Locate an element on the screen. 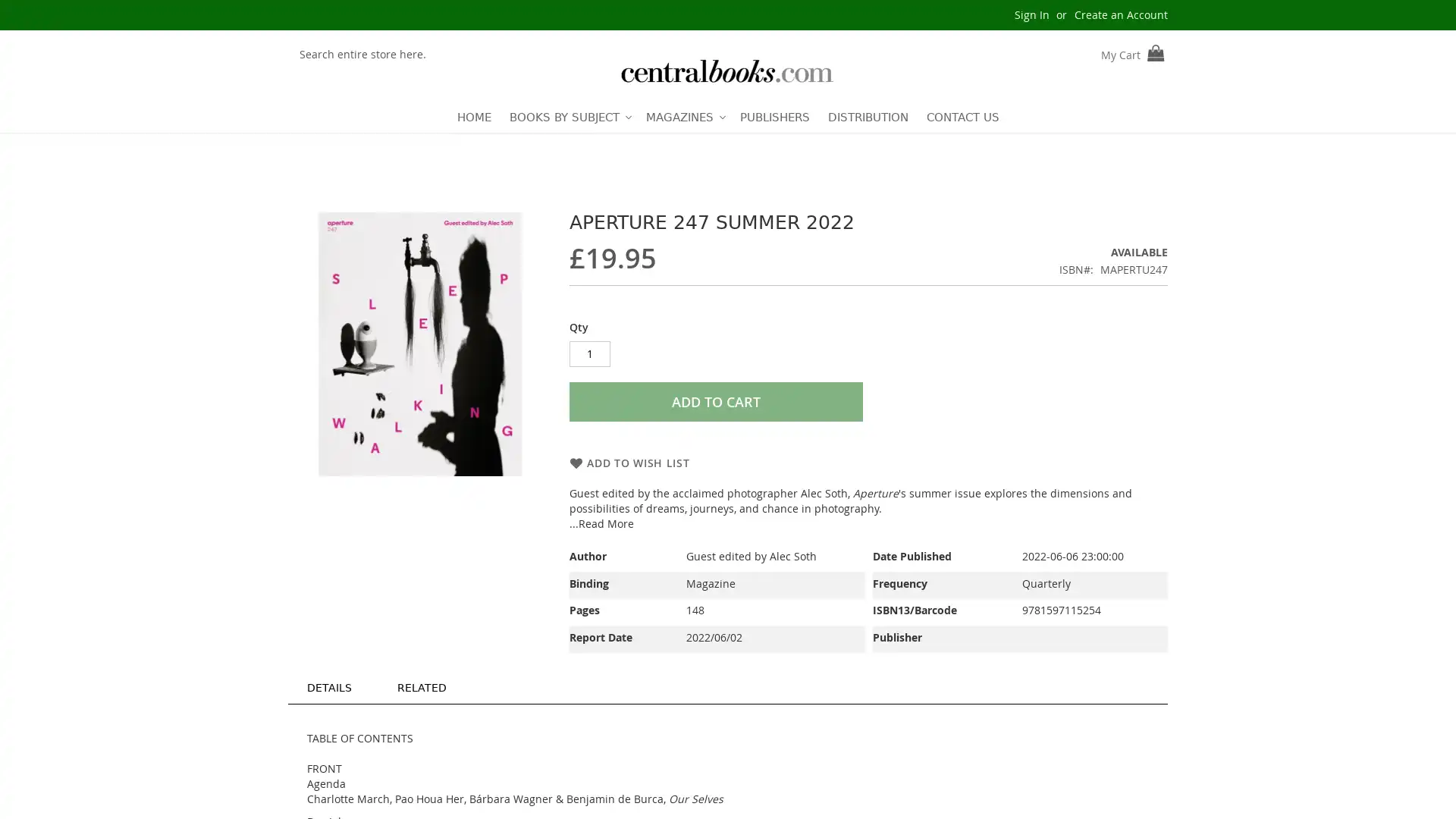 The image size is (1456, 819). ADD TO CART is located at coordinates (715, 400).